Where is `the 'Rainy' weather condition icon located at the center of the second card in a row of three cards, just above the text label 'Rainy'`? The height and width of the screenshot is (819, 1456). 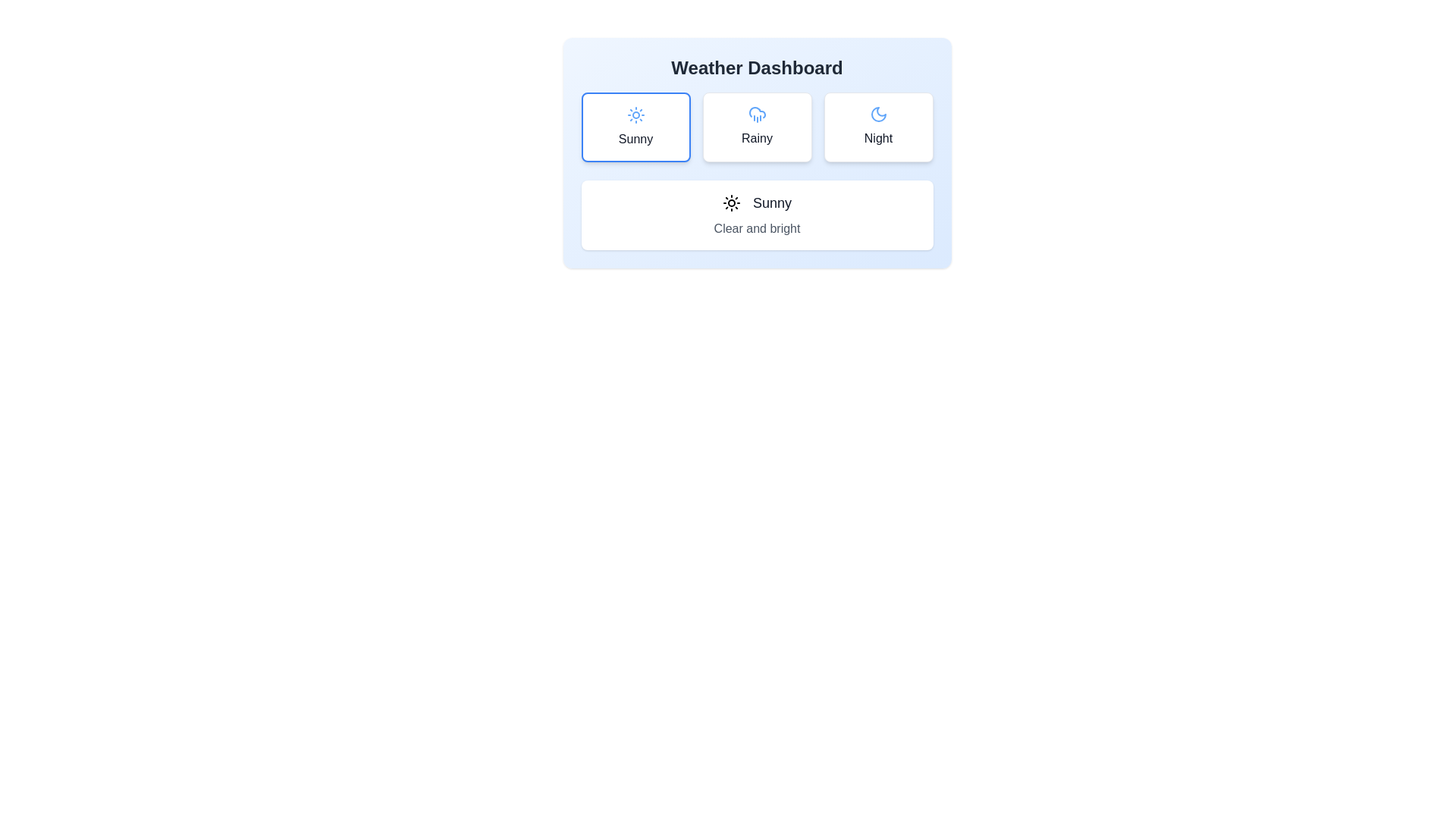 the 'Rainy' weather condition icon located at the center of the second card in a row of three cards, just above the text label 'Rainy' is located at coordinates (757, 113).